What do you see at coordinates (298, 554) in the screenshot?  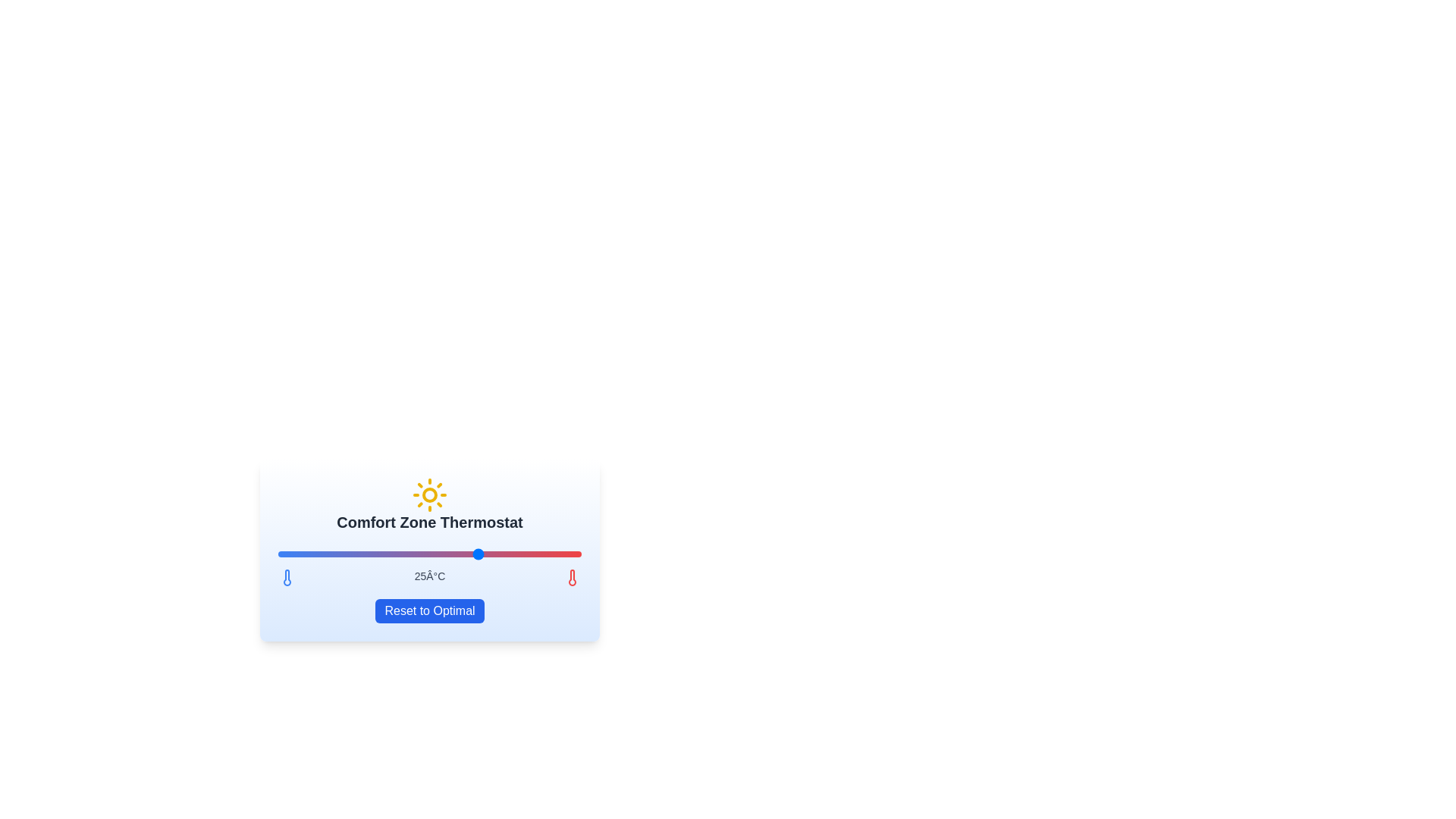 I see `the temperature slider to set the temperature to 16°C` at bounding box center [298, 554].